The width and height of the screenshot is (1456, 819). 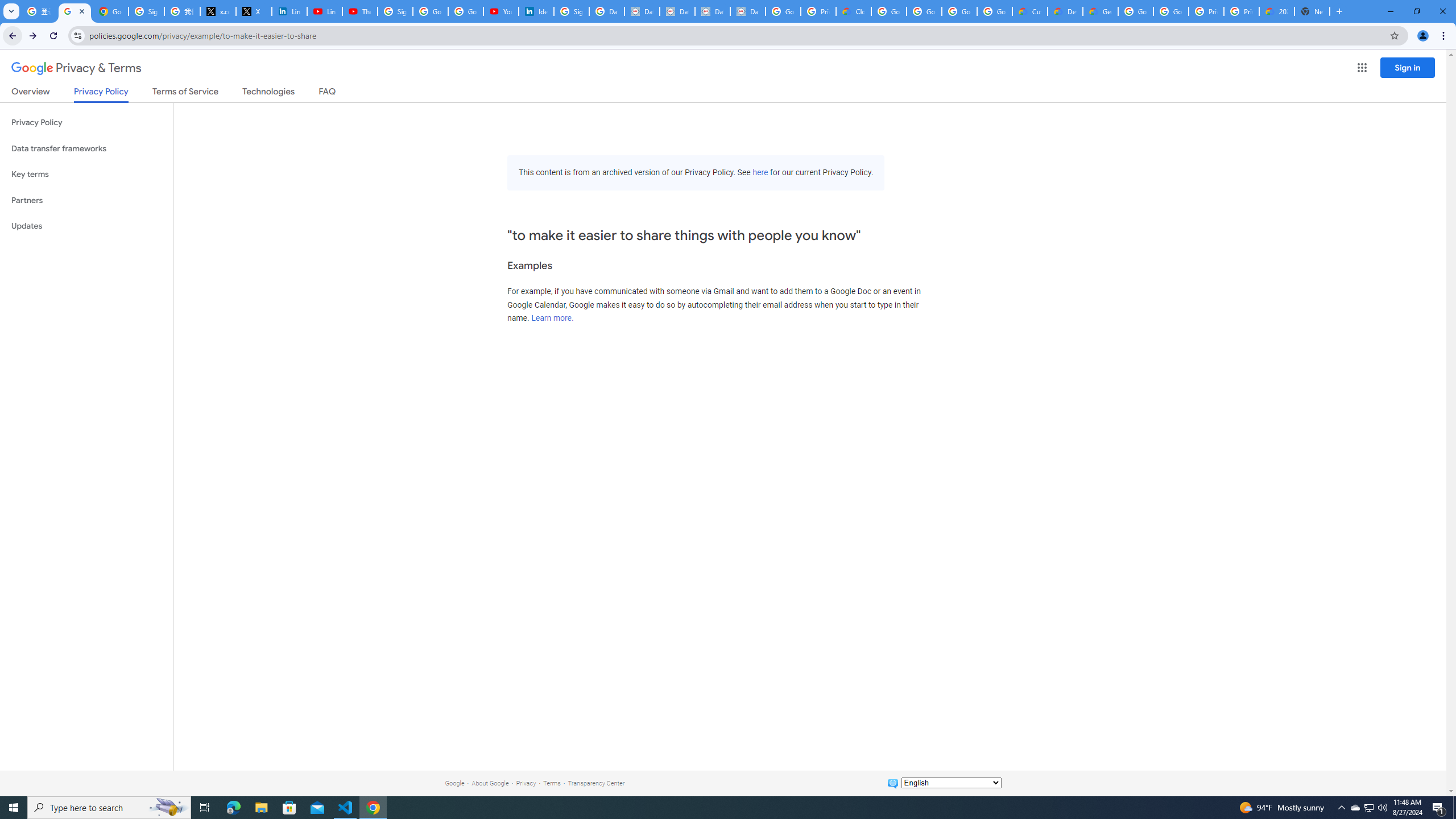 What do you see at coordinates (570, 11) in the screenshot?
I see `'Sign in - Google Accounts'` at bounding box center [570, 11].